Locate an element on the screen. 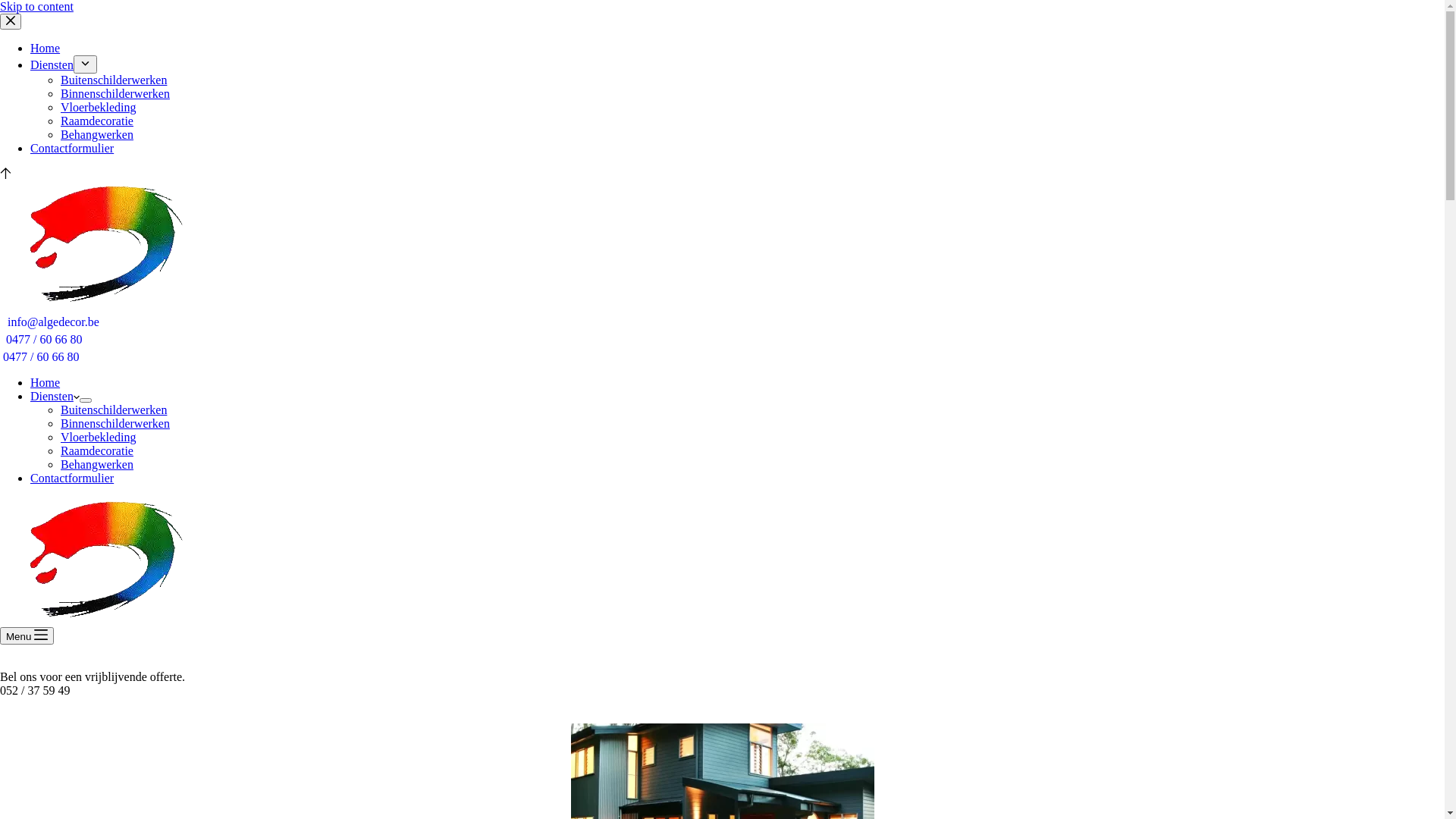 Image resolution: width=1456 pixels, height=819 pixels. 'Buitenschilderwerken' is located at coordinates (112, 80).